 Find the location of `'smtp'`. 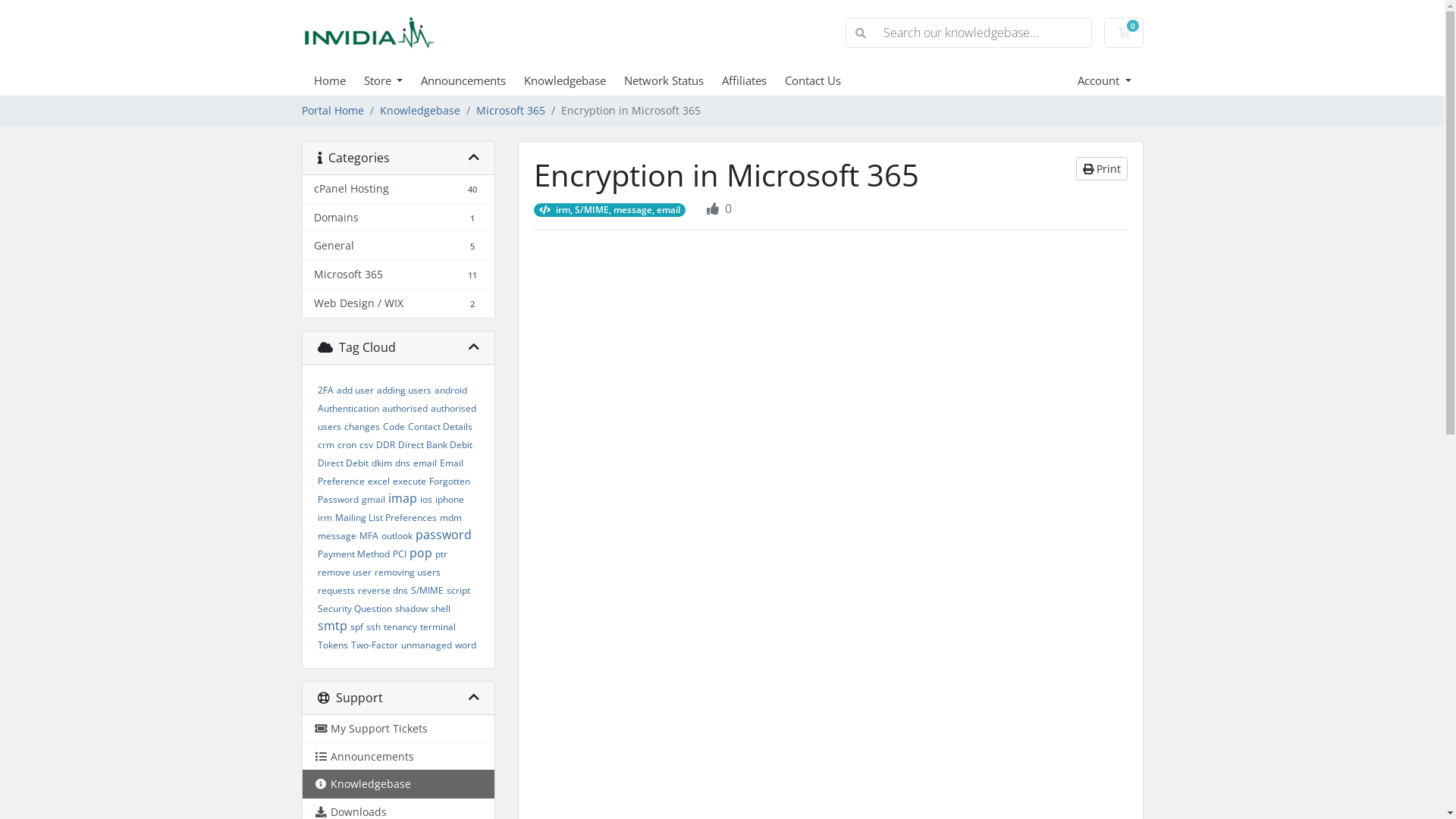

'smtp' is located at coordinates (331, 626).